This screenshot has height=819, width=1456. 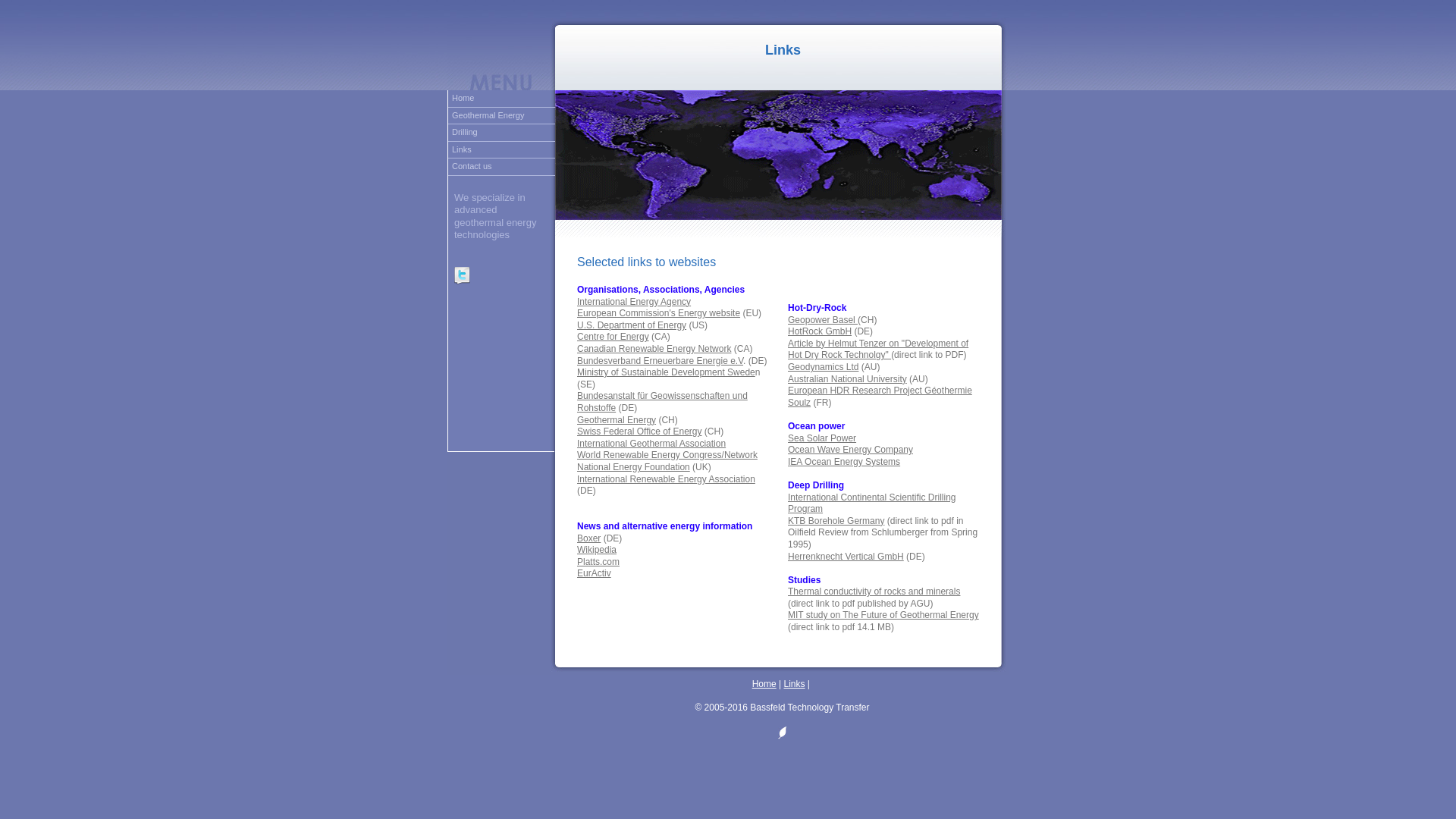 What do you see at coordinates (632, 324) in the screenshot?
I see `'U.S. Department of Energy'` at bounding box center [632, 324].